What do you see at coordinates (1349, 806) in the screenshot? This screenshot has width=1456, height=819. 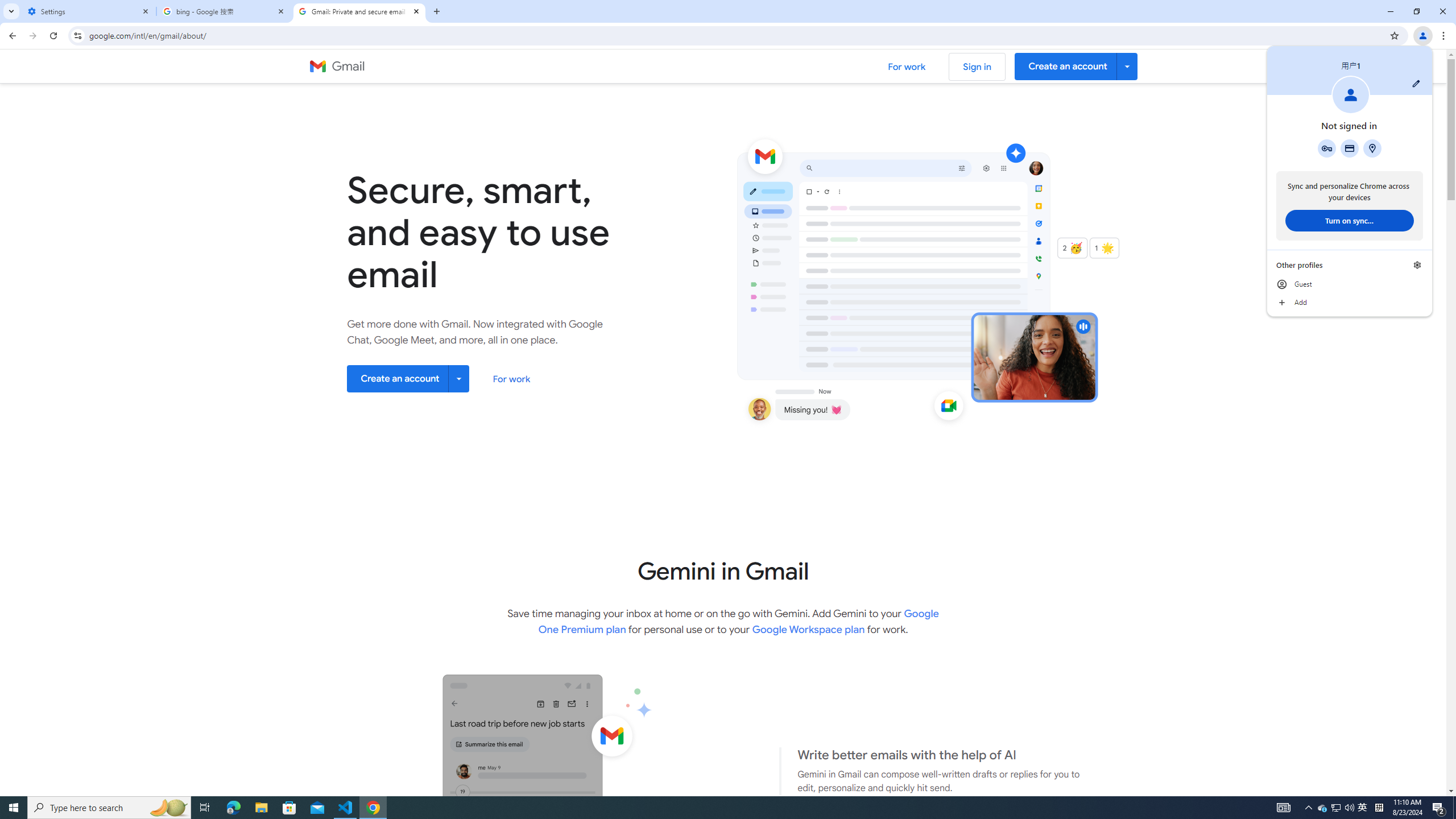 I see `'Q2790: 100%'` at bounding box center [1349, 806].